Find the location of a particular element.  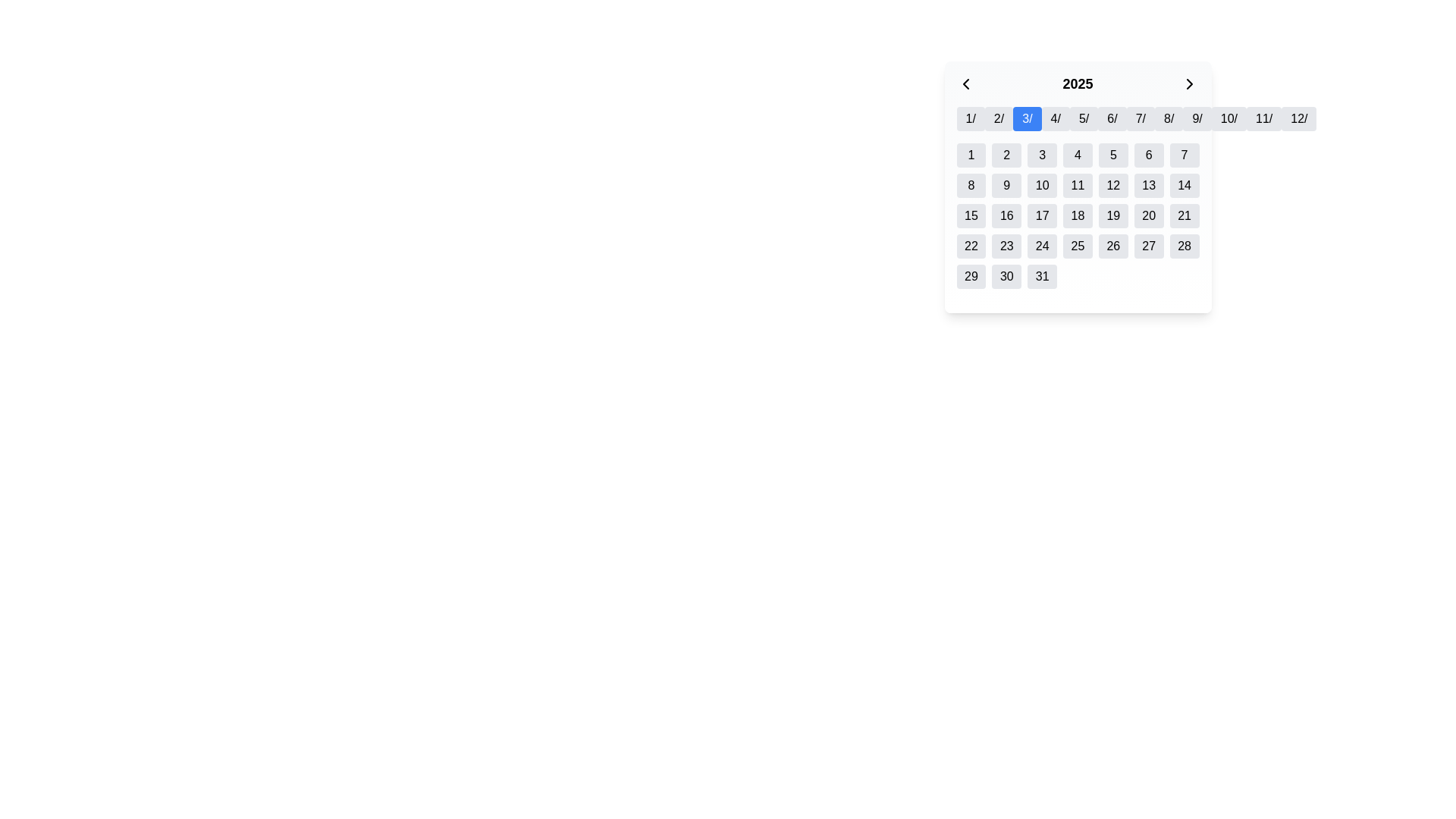

the button representing the date '4' in the calendar interface is located at coordinates (1077, 155).